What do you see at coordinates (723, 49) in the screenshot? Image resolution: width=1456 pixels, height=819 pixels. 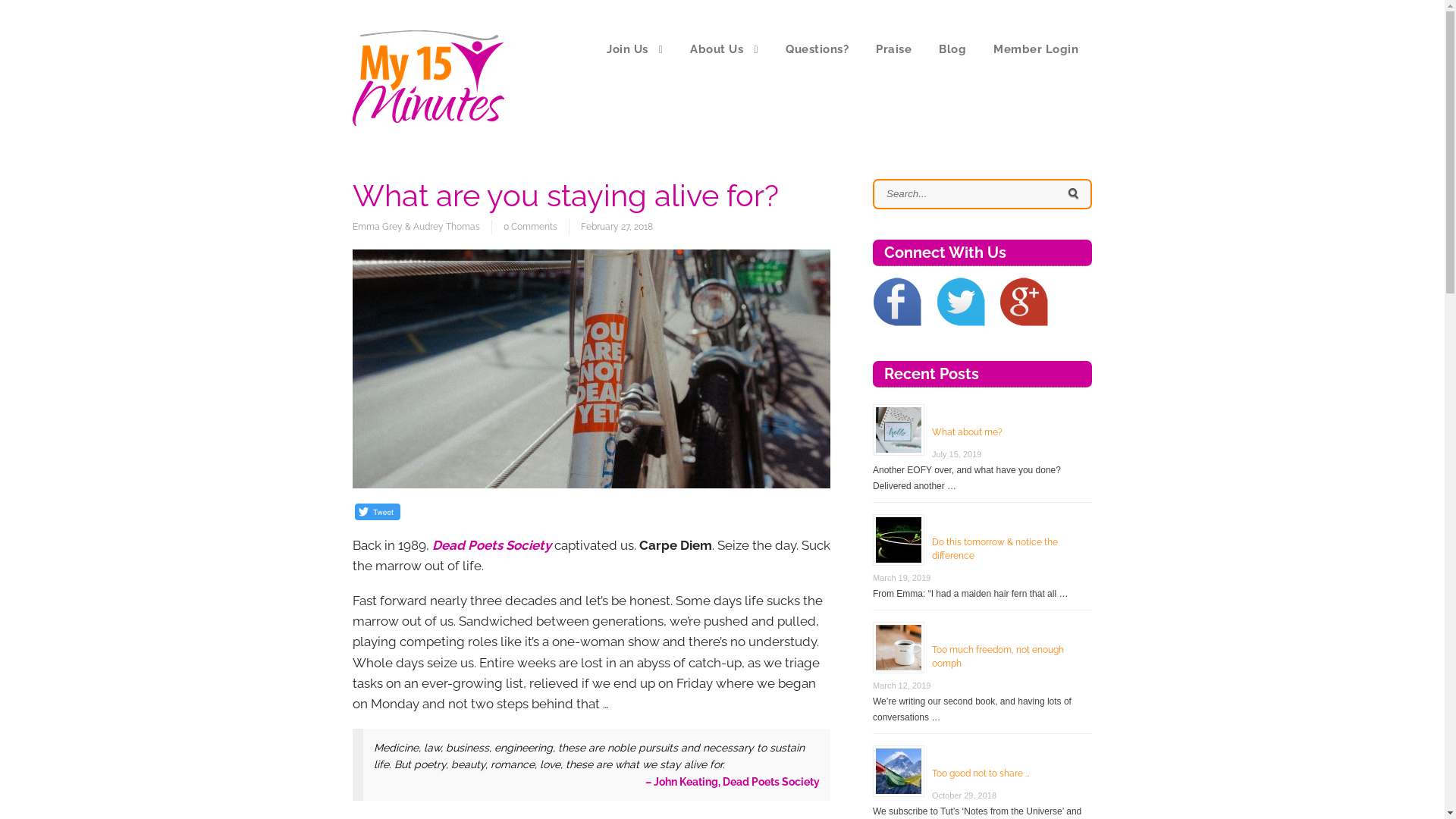 I see `'About Us'` at bounding box center [723, 49].